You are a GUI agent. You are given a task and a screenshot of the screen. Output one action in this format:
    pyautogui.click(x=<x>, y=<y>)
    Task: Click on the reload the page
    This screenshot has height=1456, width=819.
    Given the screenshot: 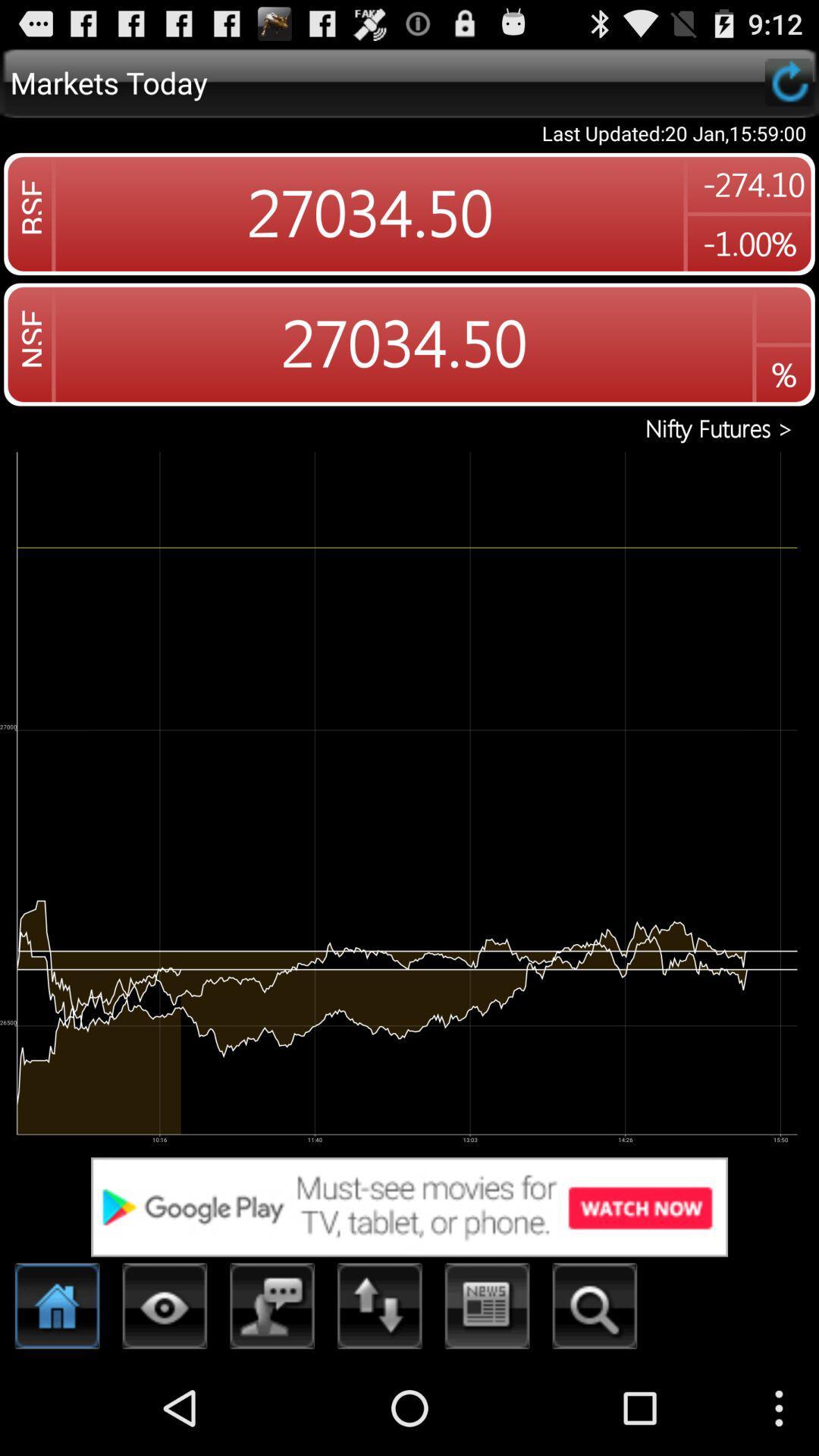 What is the action you would take?
    pyautogui.click(x=788, y=81)
    